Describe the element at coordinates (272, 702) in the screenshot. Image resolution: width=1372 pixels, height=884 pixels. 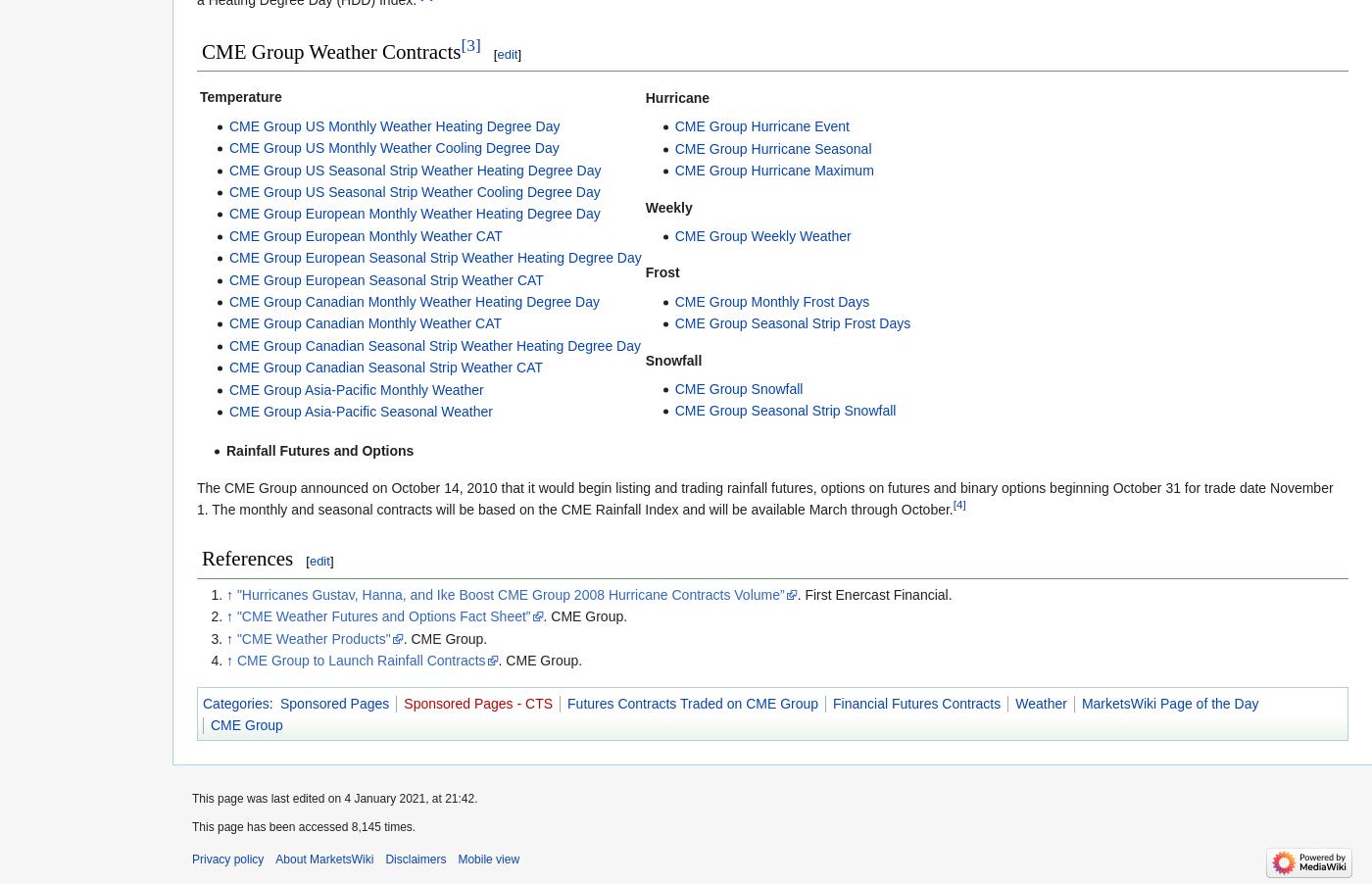
I see `':'` at that location.